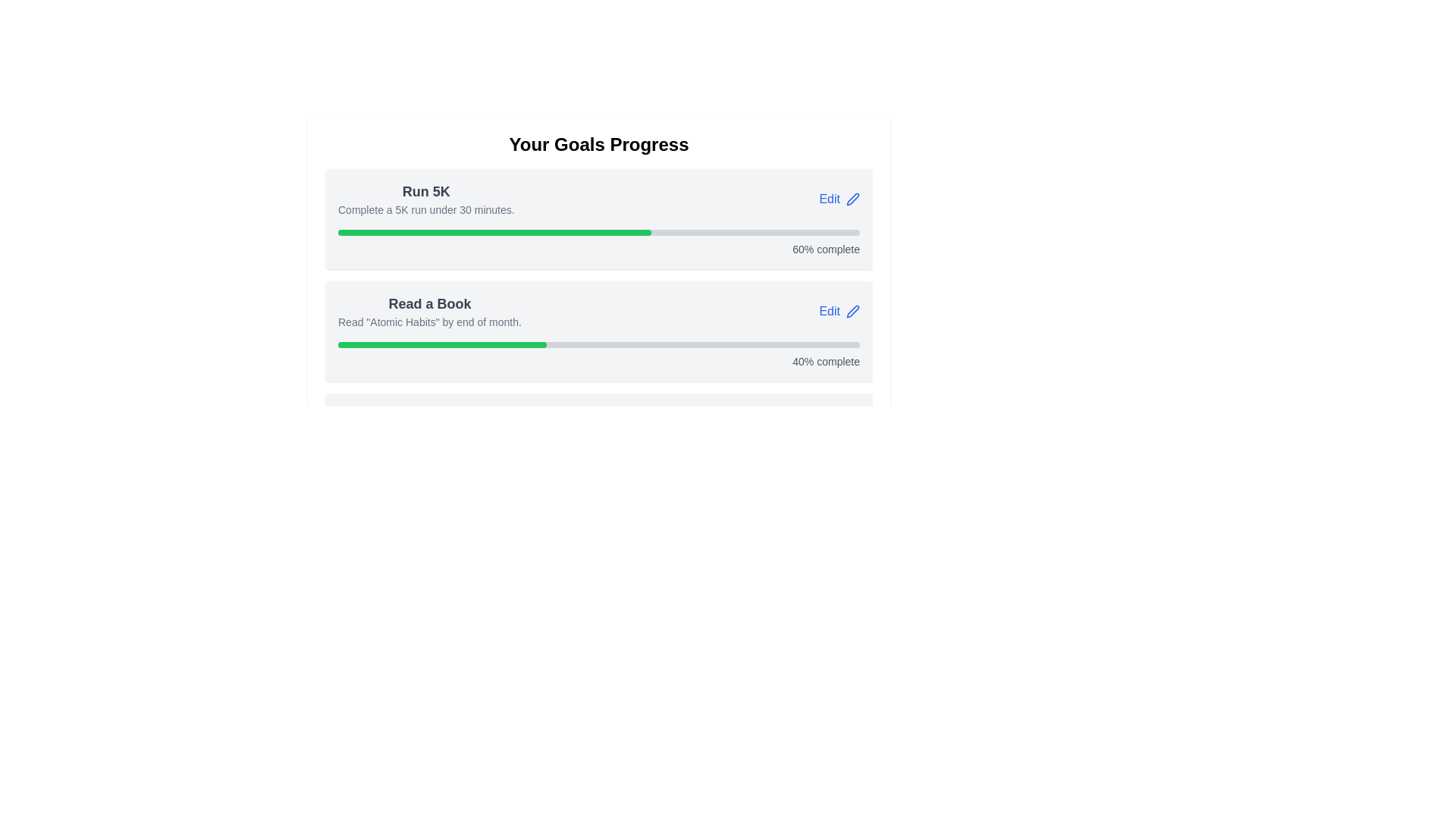 This screenshot has width=1456, height=819. What do you see at coordinates (425, 210) in the screenshot?
I see `the non-interactive text element that reads 'Complete a 5K run under 30 minutes.', positioned below the title 'Run 5K' and above the progress bar` at bounding box center [425, 210].